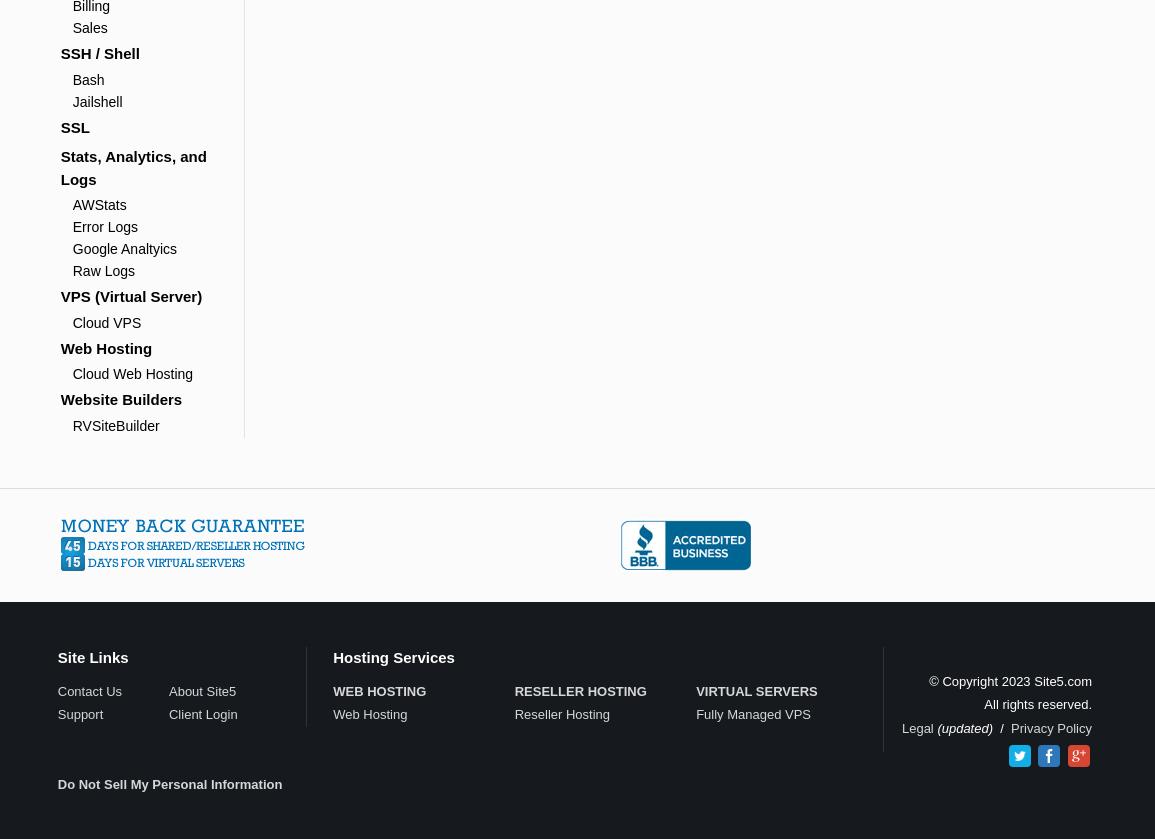  I want to click on 'Stats, Analytics, and Logs', so click(133, 167).